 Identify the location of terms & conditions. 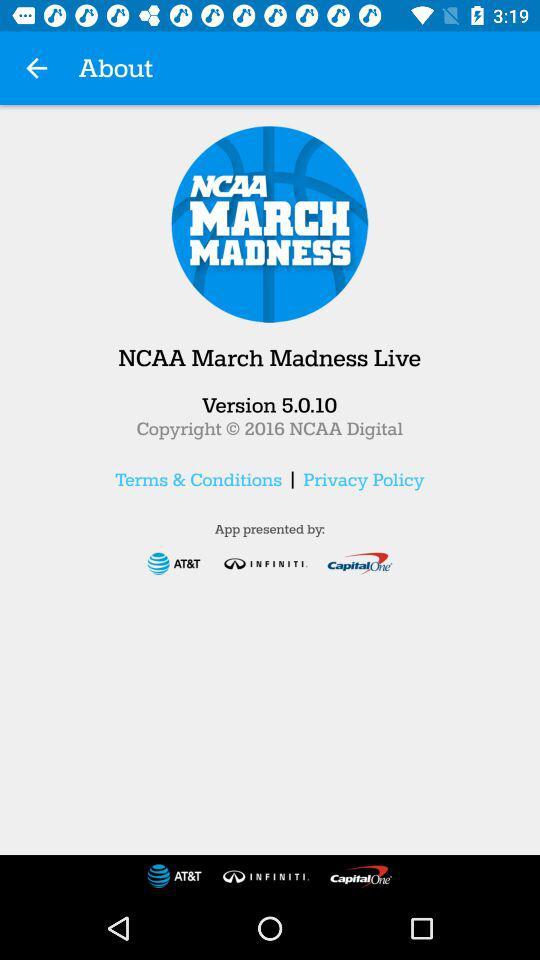
(198, 479).